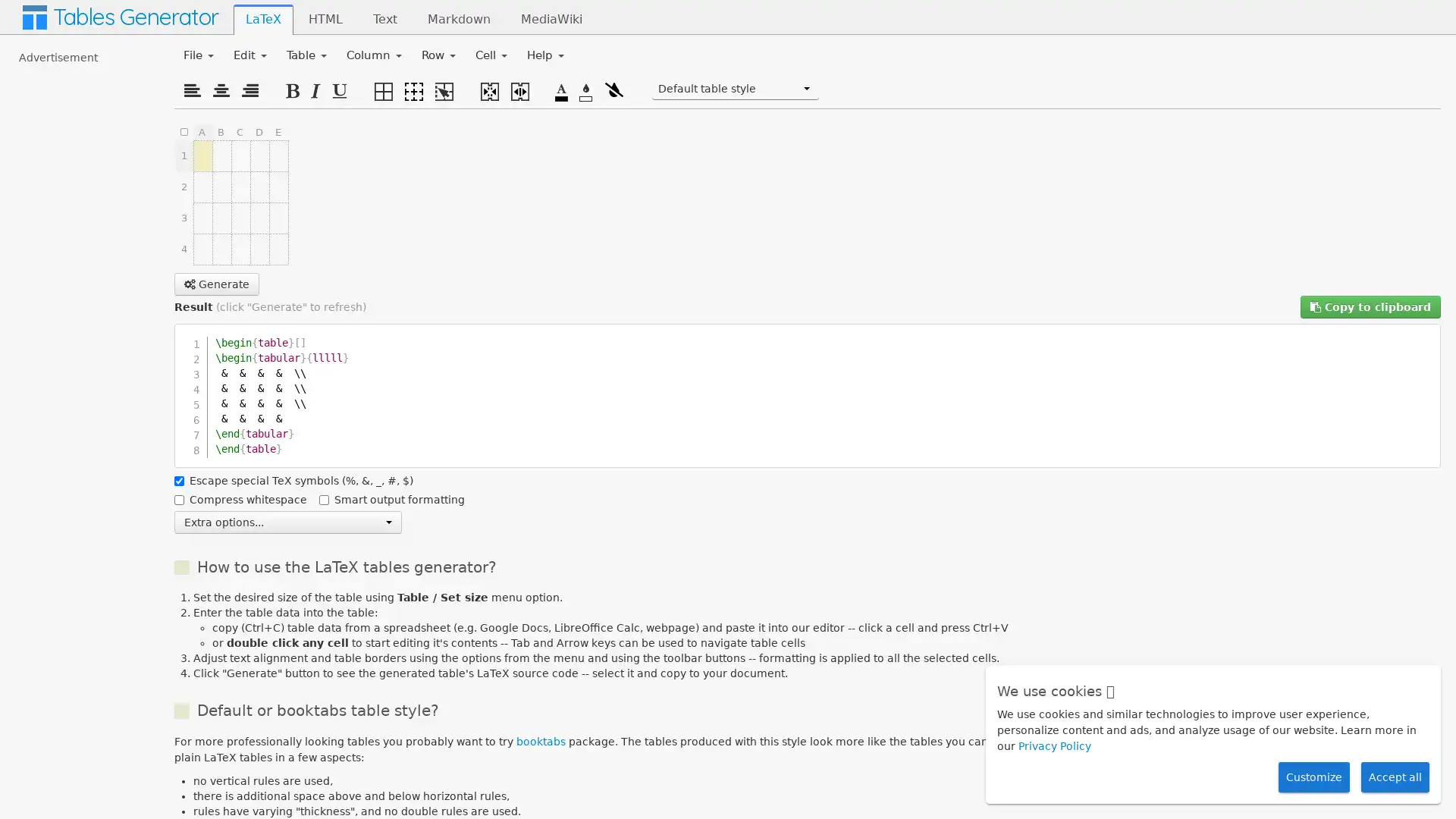  I want to click on Table, so click(306, 55).